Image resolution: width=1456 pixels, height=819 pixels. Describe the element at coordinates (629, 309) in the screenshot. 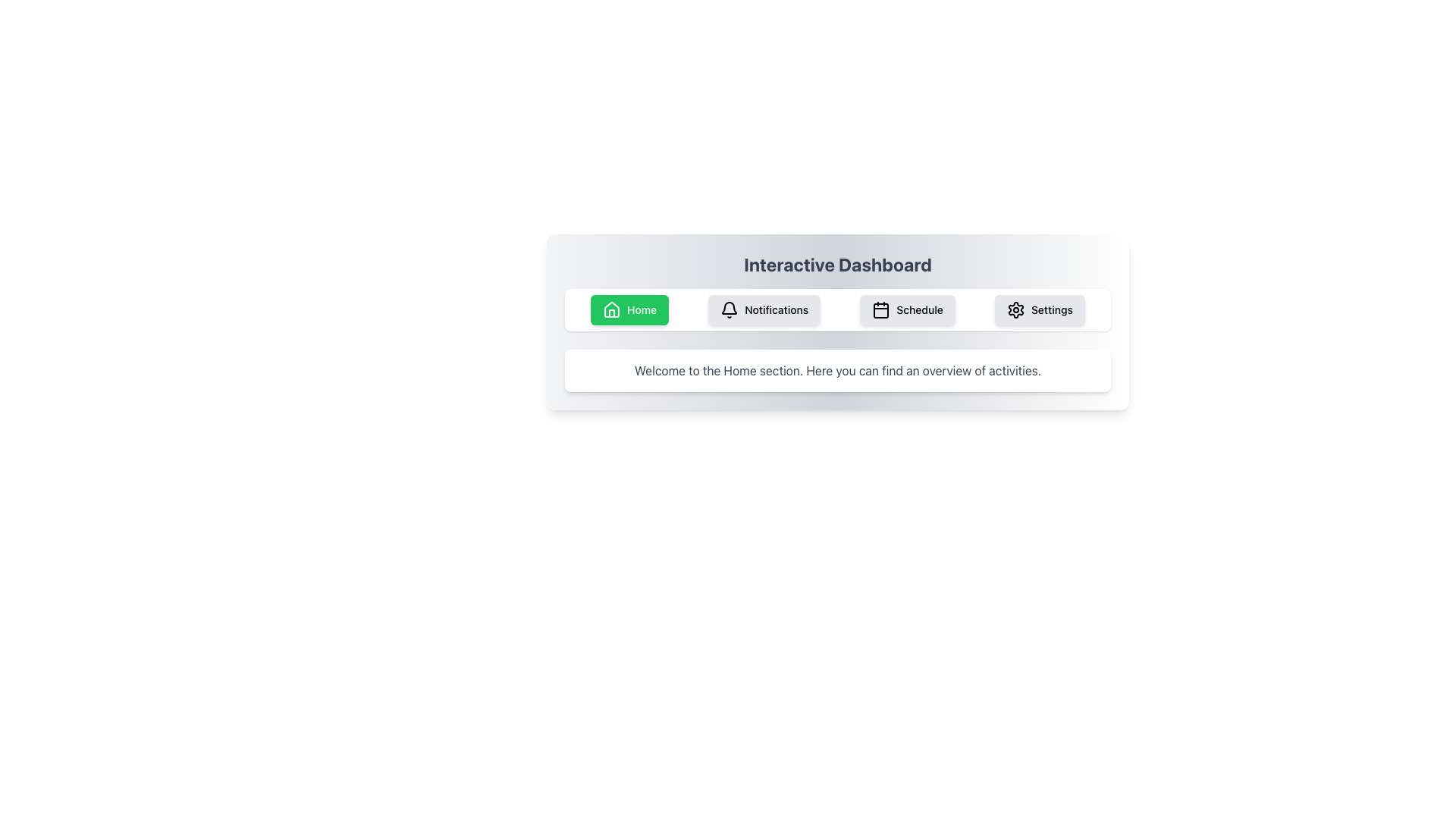

I see `the 'Home' button with a green background and white text, located in the top-left corner of the button group under the 'Interactive Dashboard' title` at that location.